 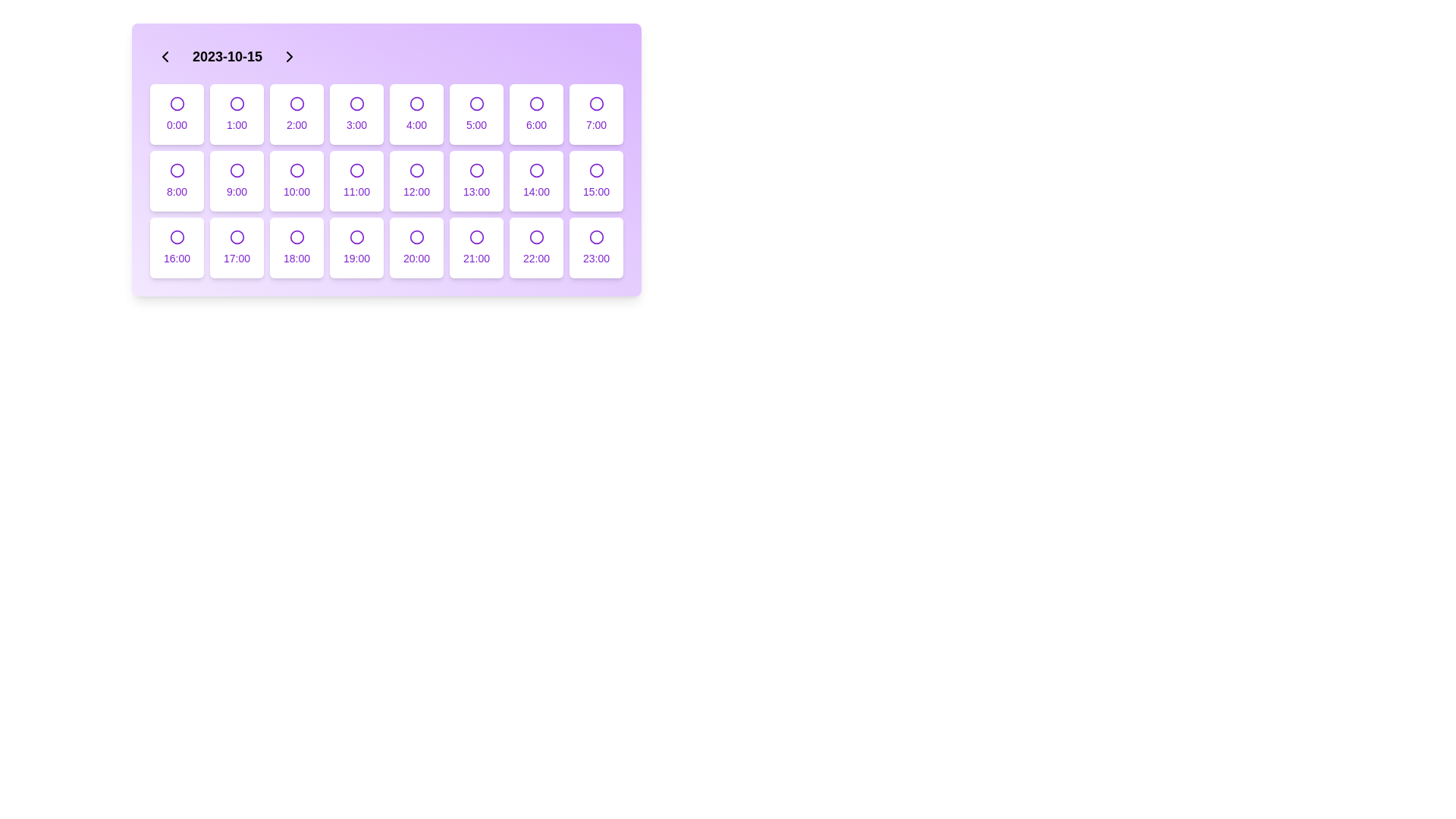 I want to click on the time selection button displaying '15:00', which is a small rectangular card with a white background, a purple circular icon at the top, and located in the second row and eighth column of the grid, so click(x=595, y=180).